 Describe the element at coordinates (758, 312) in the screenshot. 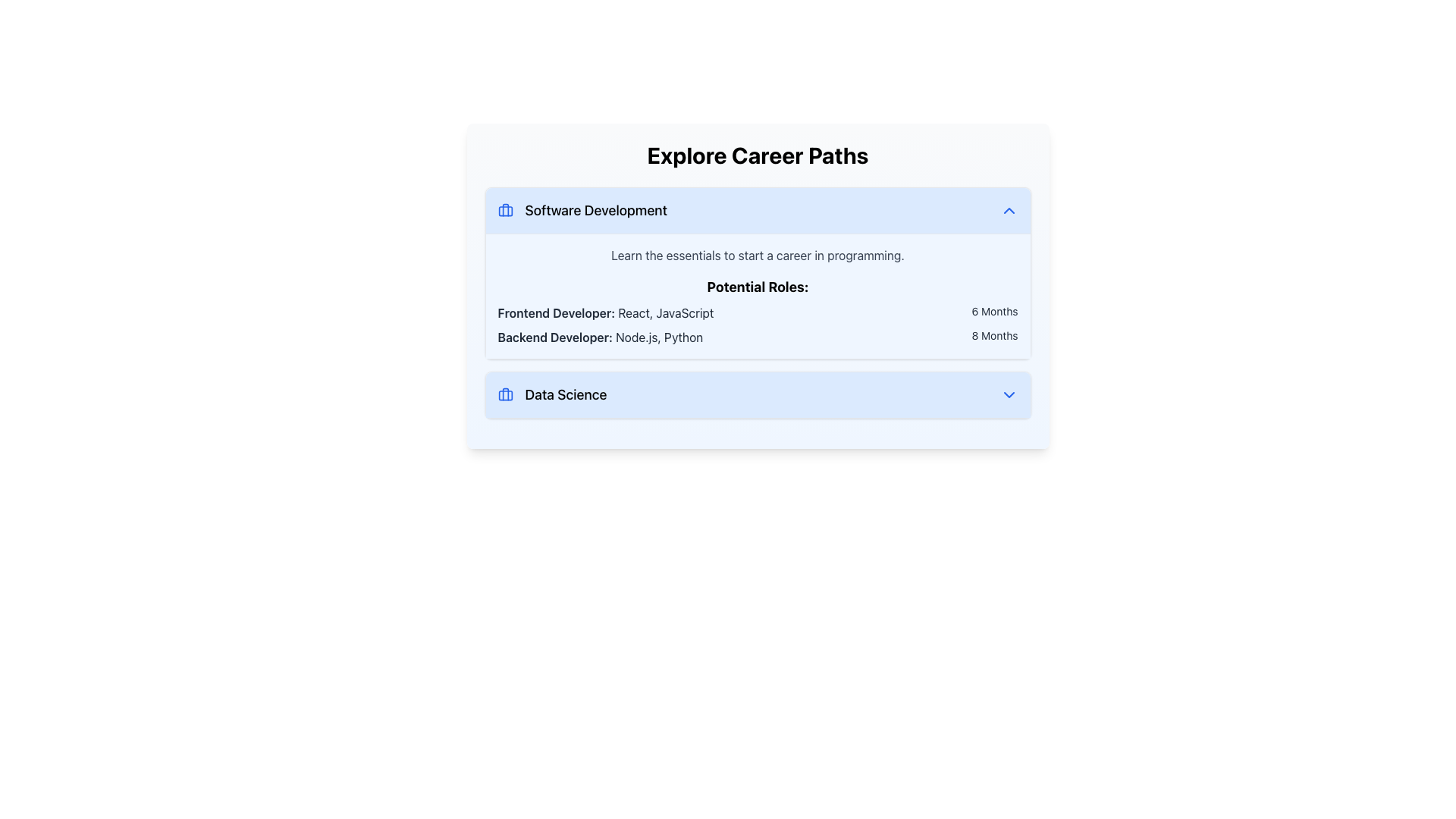

I see `the job title 'Frontend Developer: React, JavaScript' in the first list item under the 'Potential Roles' section to interact` at that location.